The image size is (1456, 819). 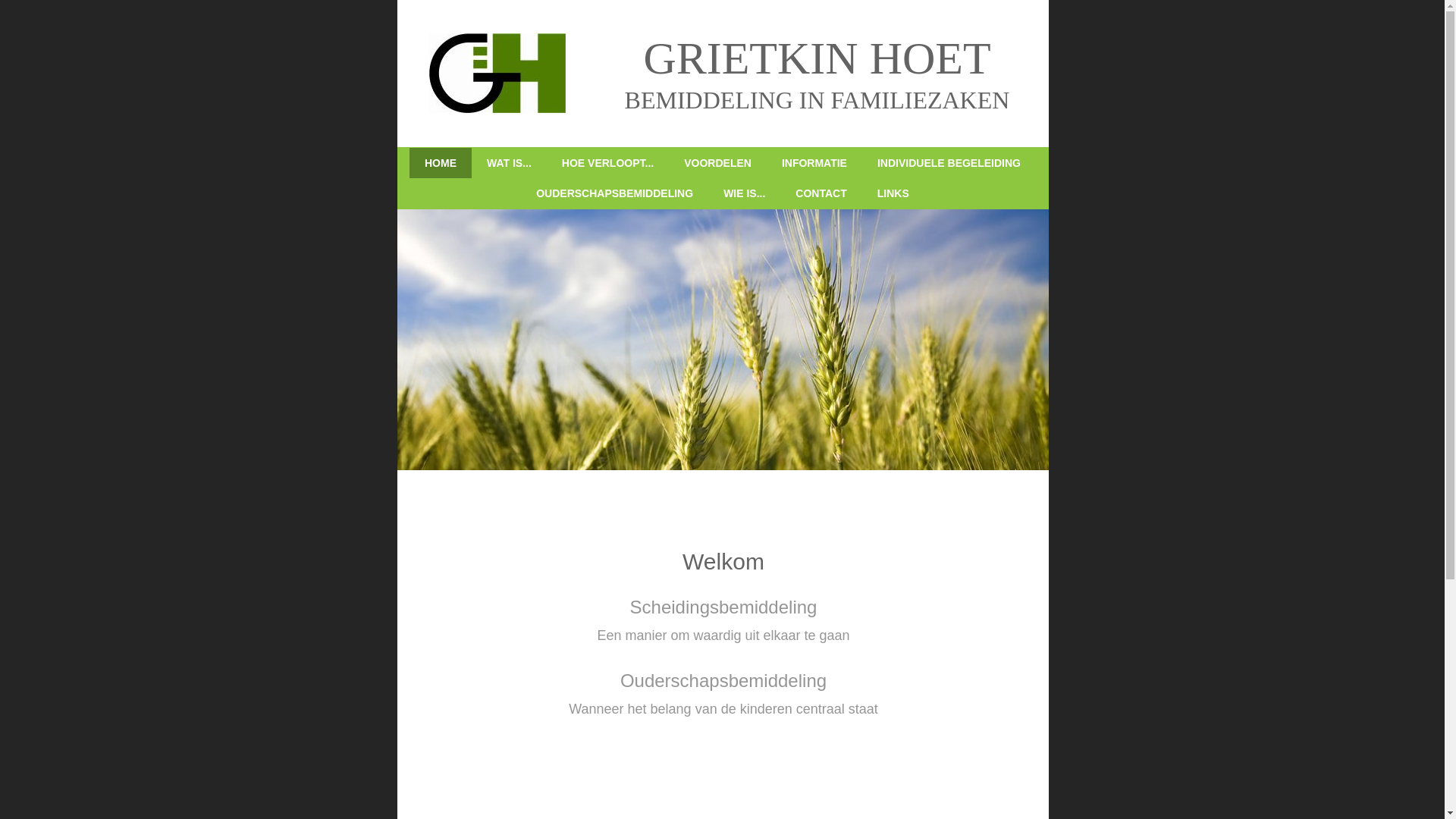 I want to click on 'INDIVIDUELE BEGELEIDING', so click(x=948, y=163).